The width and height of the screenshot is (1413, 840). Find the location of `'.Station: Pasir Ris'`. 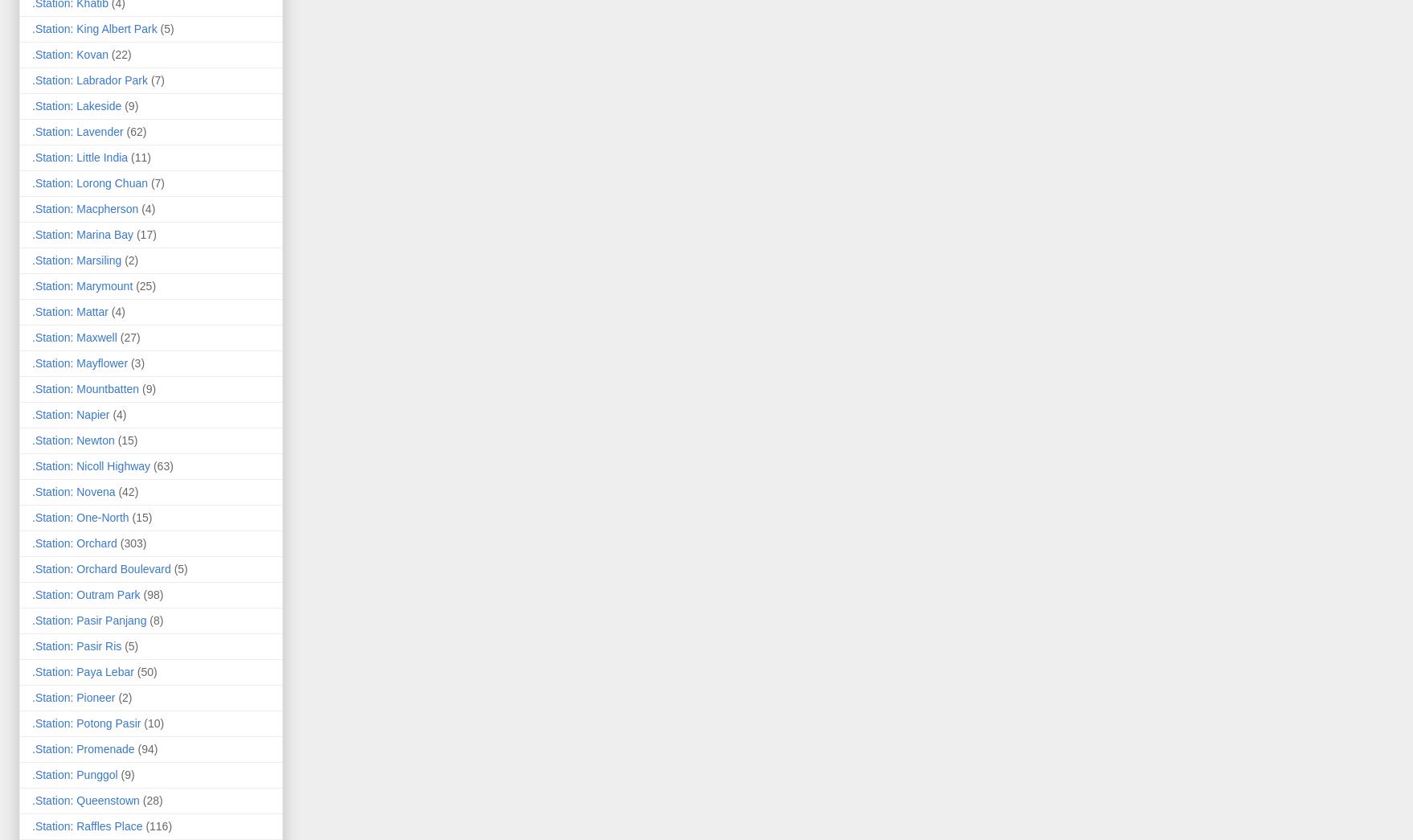

'.Station: Pasir Ris' is located at coordinates (76, 645).